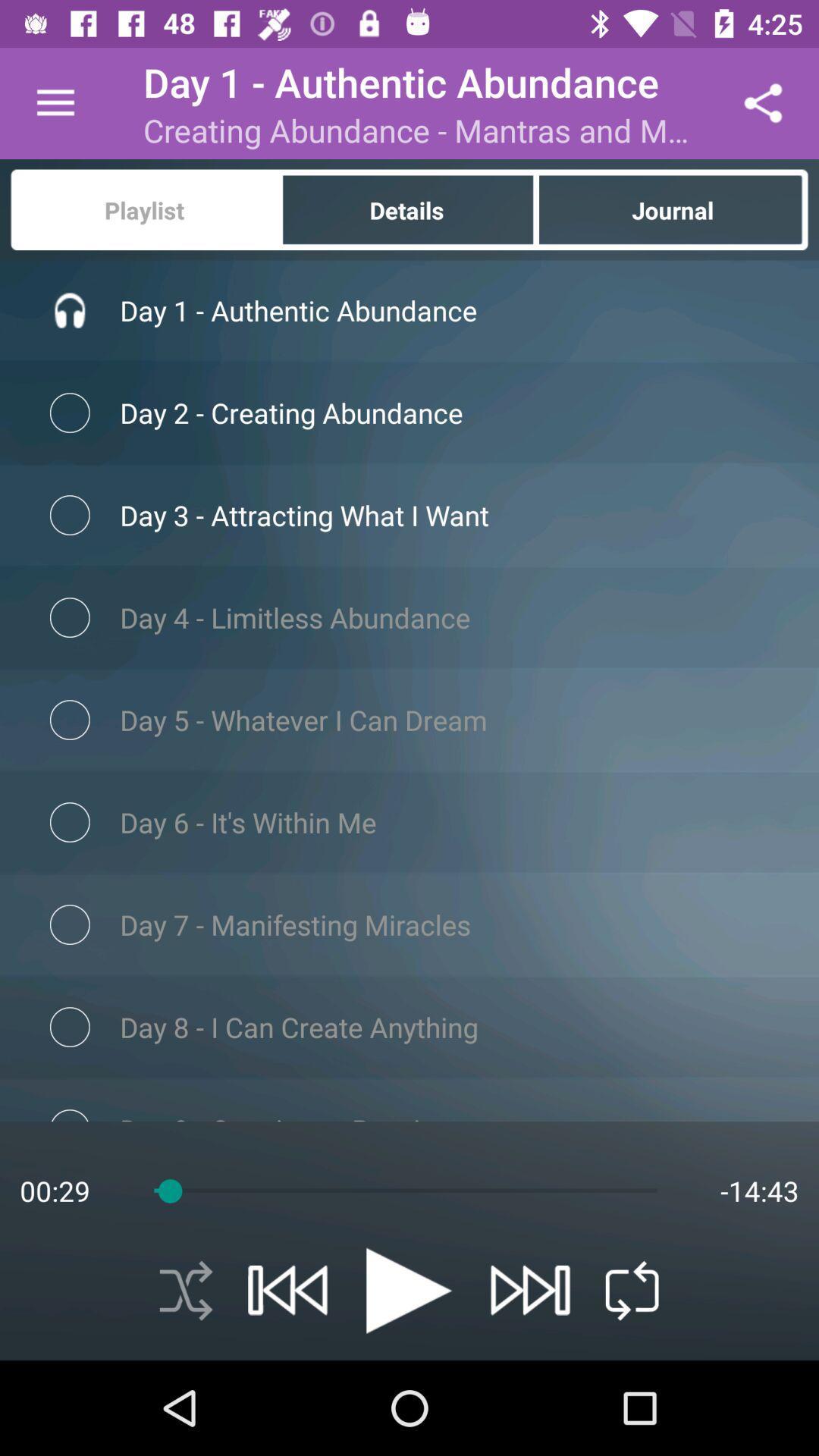 The height and width of the screenshot is (1456, 819). I want to click on the skip_next icon, so click(529, 1289).